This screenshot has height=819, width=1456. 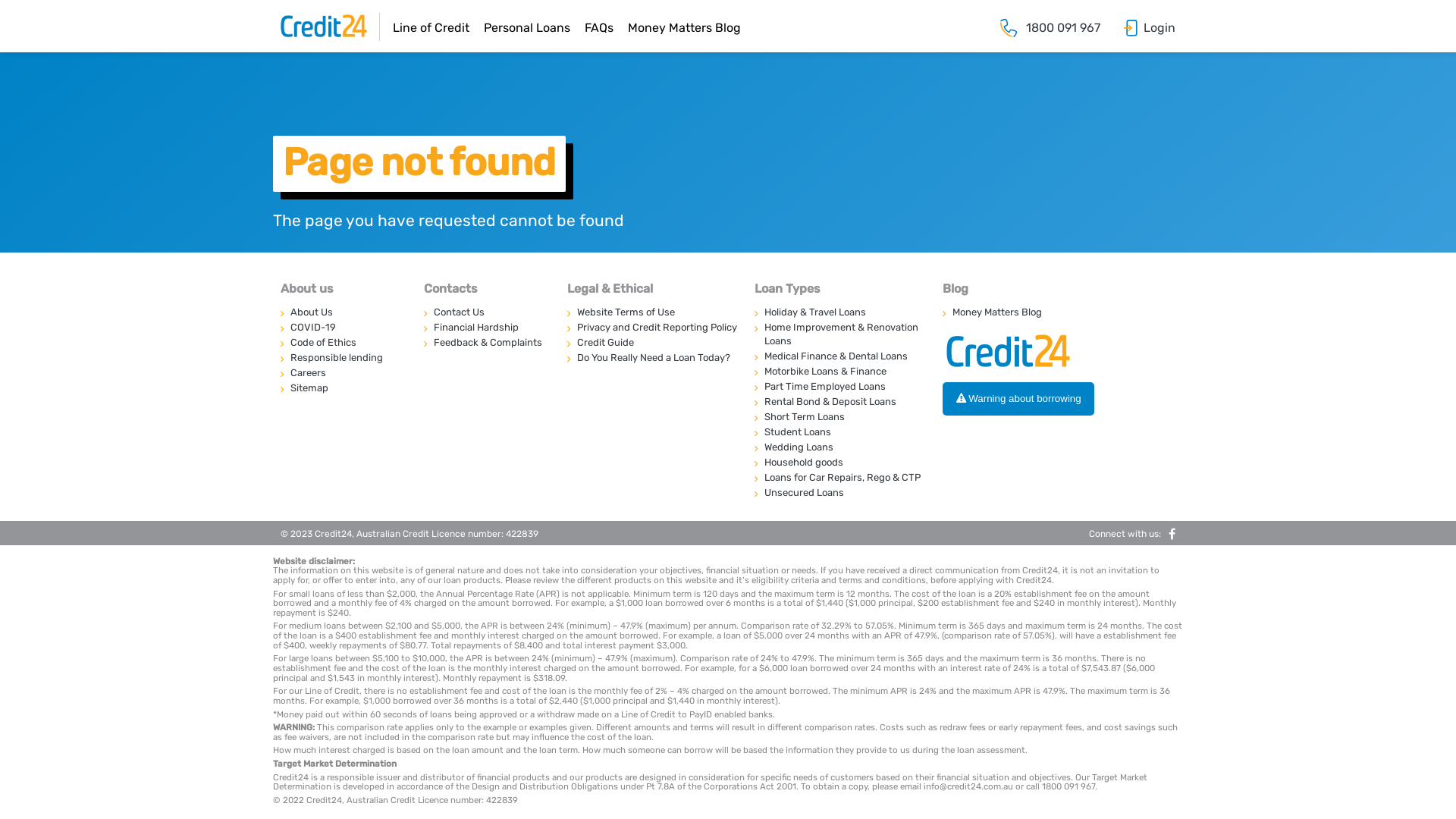 What do you see at coordinates (839, 312) in the screenshot?
I see `'Holiday & Travel Loans'` at bounding box center [839, 312].